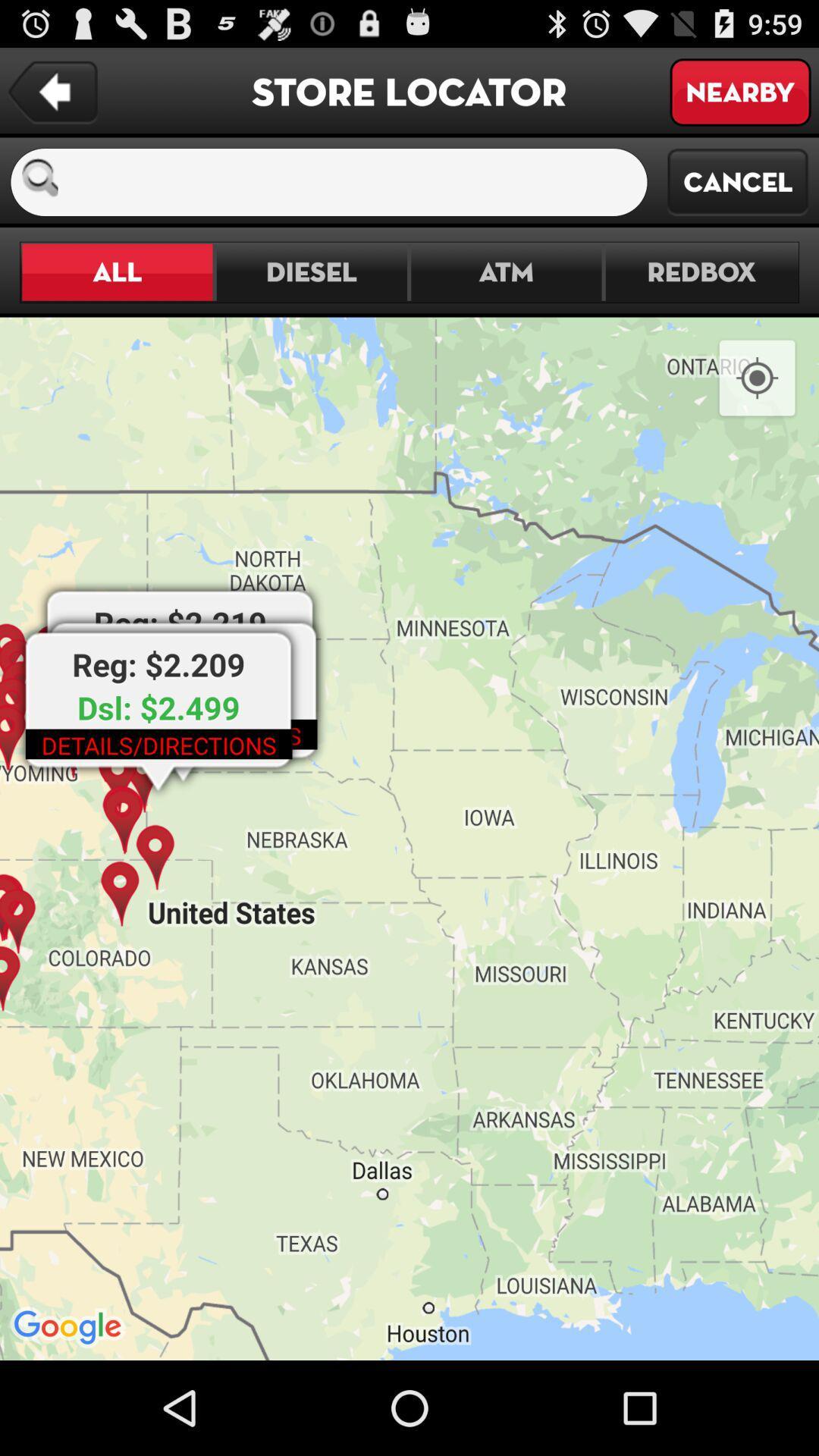 The height and width of the screenshot is (1456, 819). What do you see at coordinates (52, 92) in the screenshot?
I see `previous page` at bounding box center [52, 92].